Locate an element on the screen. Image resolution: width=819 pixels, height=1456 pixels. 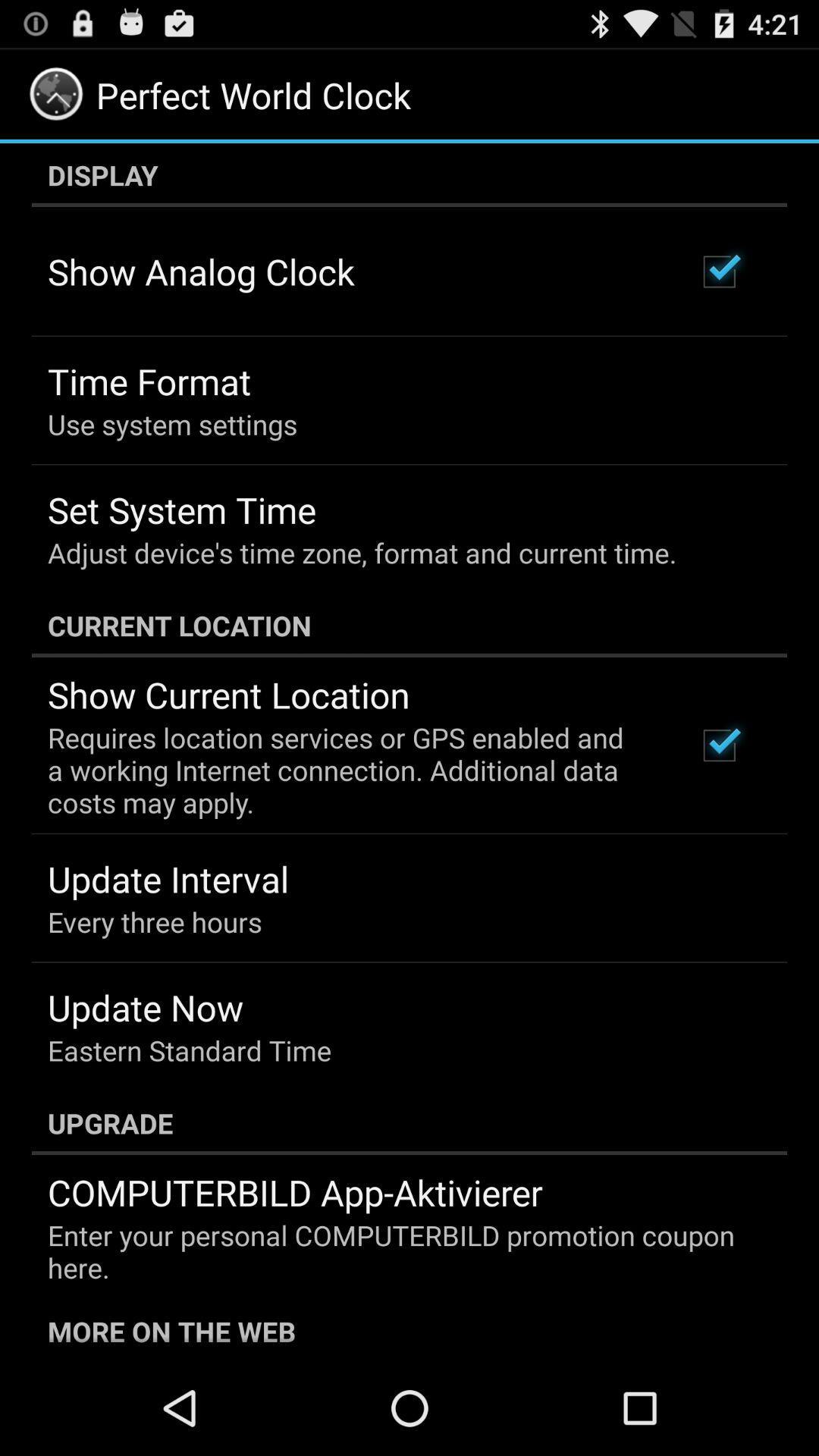
the app below update interval icon is located at coordinates (155, 921).